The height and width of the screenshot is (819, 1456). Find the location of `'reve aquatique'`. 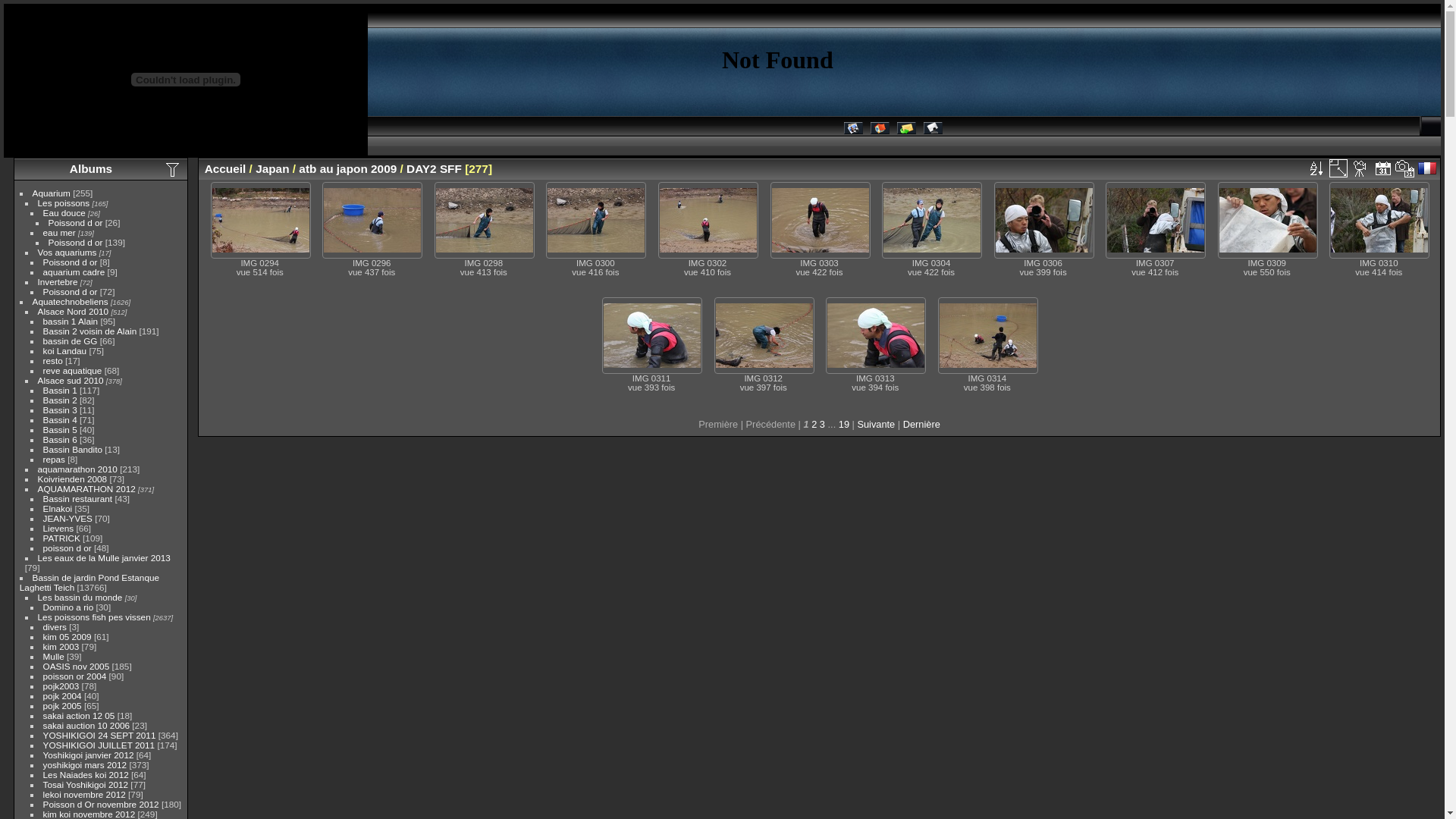

'reve aquatique' is located at coordinates (72, 370).